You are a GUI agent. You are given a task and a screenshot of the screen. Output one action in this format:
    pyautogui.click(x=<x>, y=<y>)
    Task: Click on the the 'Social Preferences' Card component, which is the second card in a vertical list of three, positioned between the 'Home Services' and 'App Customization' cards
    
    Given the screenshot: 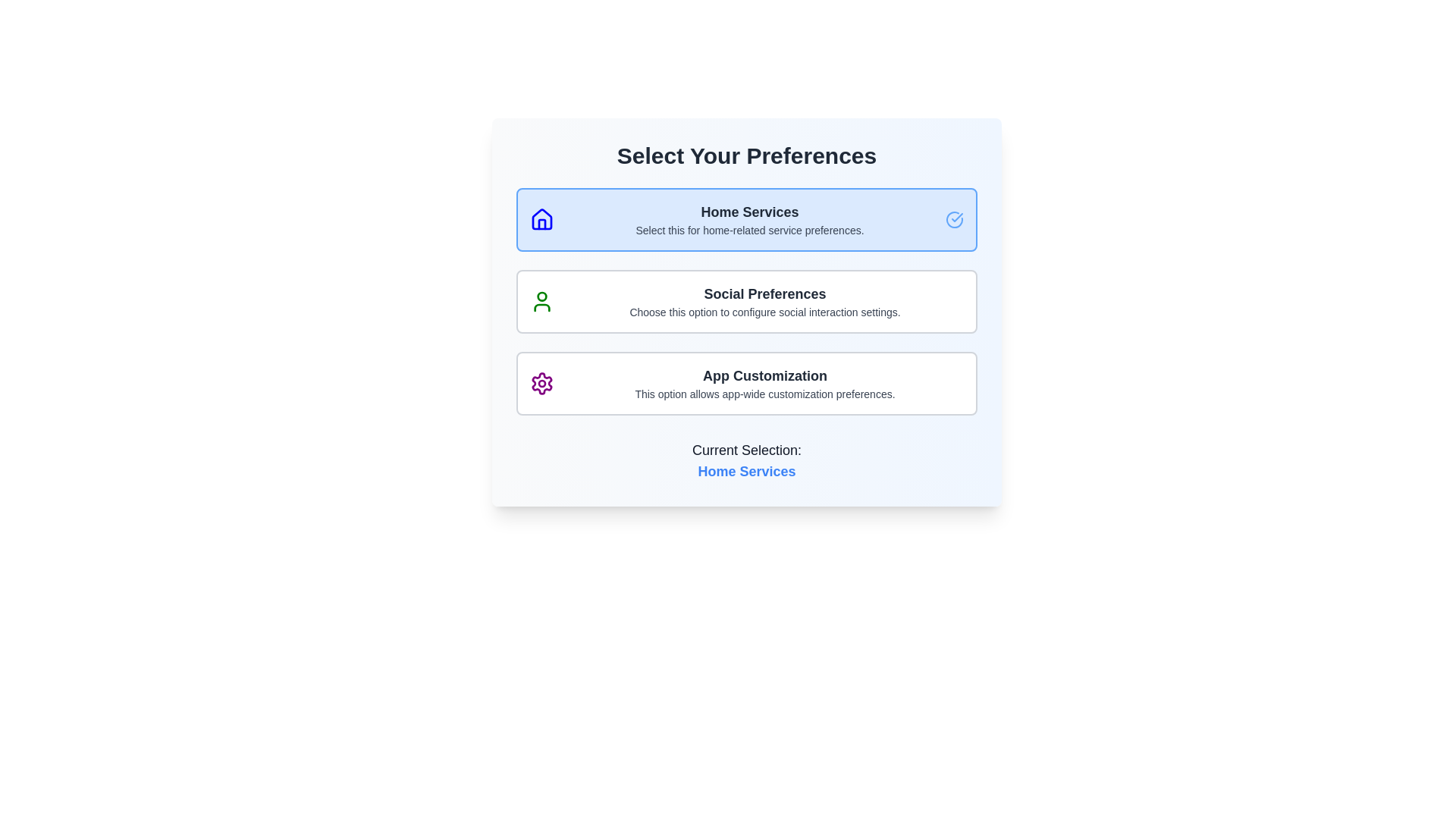 What is the action you would take?
    pyautogui.click(x=746, y=301)
    